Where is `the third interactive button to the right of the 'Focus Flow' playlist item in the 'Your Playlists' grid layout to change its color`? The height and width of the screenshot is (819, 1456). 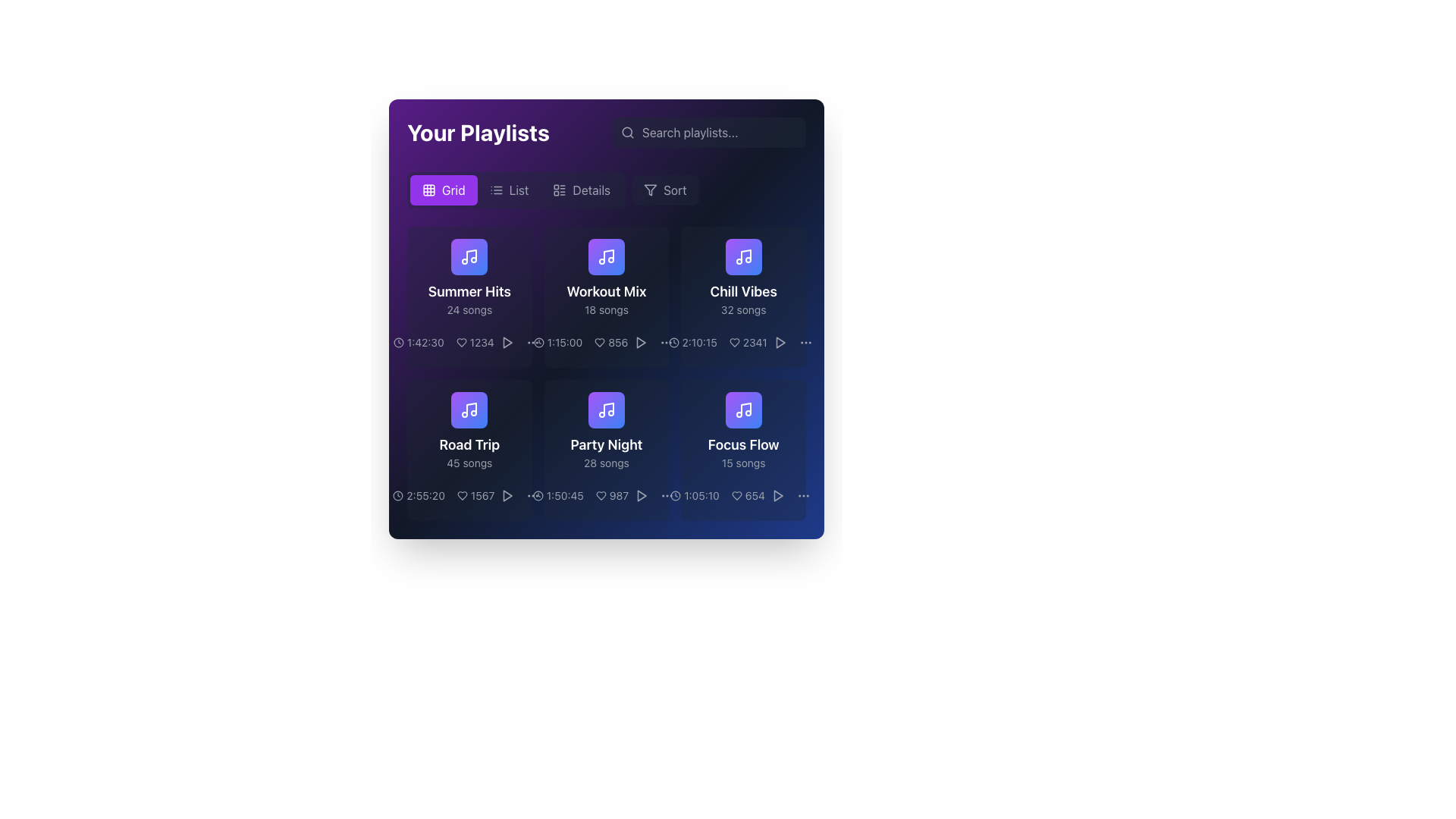 the third interactive button to the right of the 'Focus Flow' playlist item in the 'Your Playlists' grid layout to change its color is located at coordinates (778, 496).